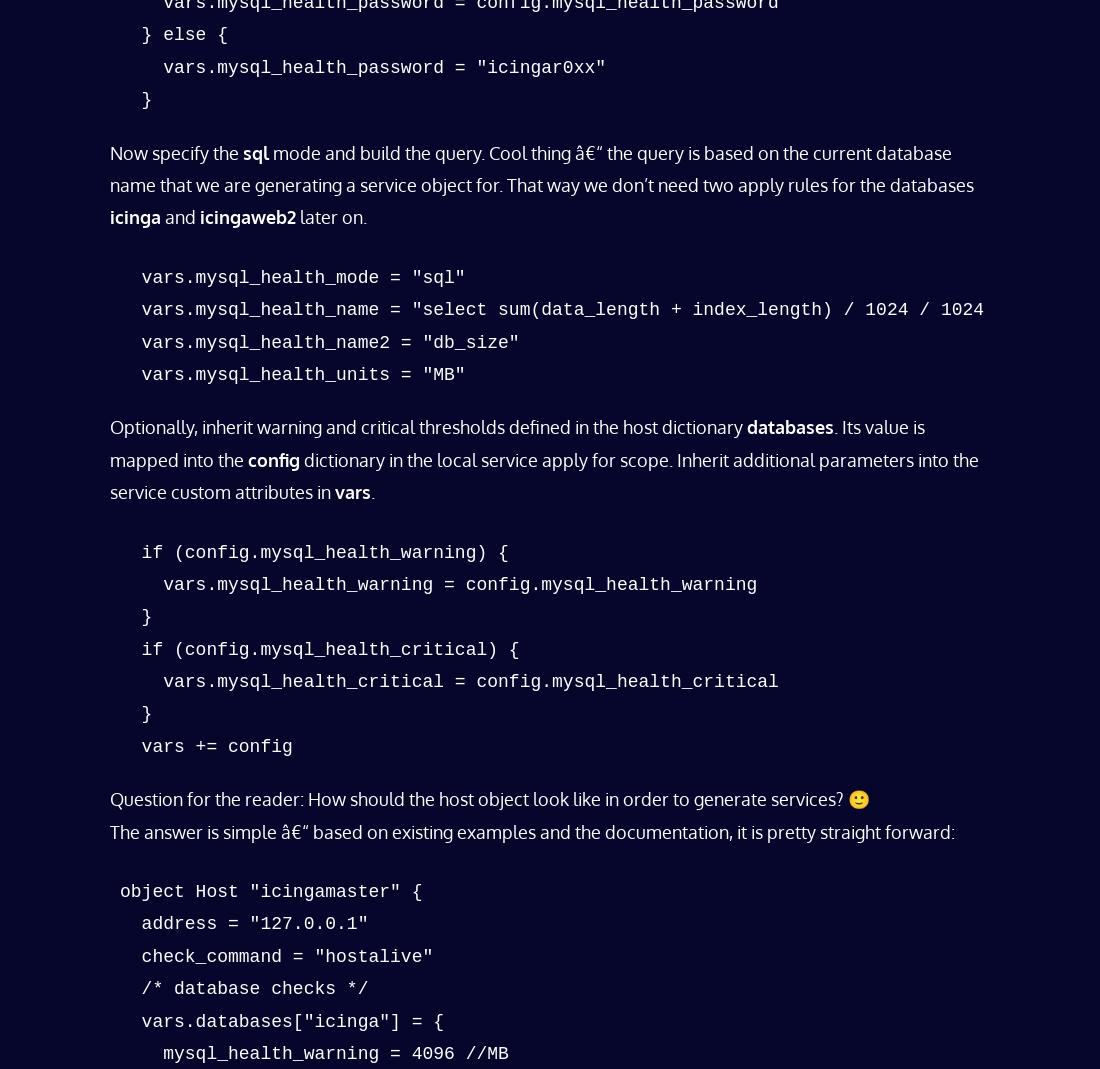  I want to click on 'Optionally, inherit warning and critical thresholds defined in the host dictionary', so click(427, 426).